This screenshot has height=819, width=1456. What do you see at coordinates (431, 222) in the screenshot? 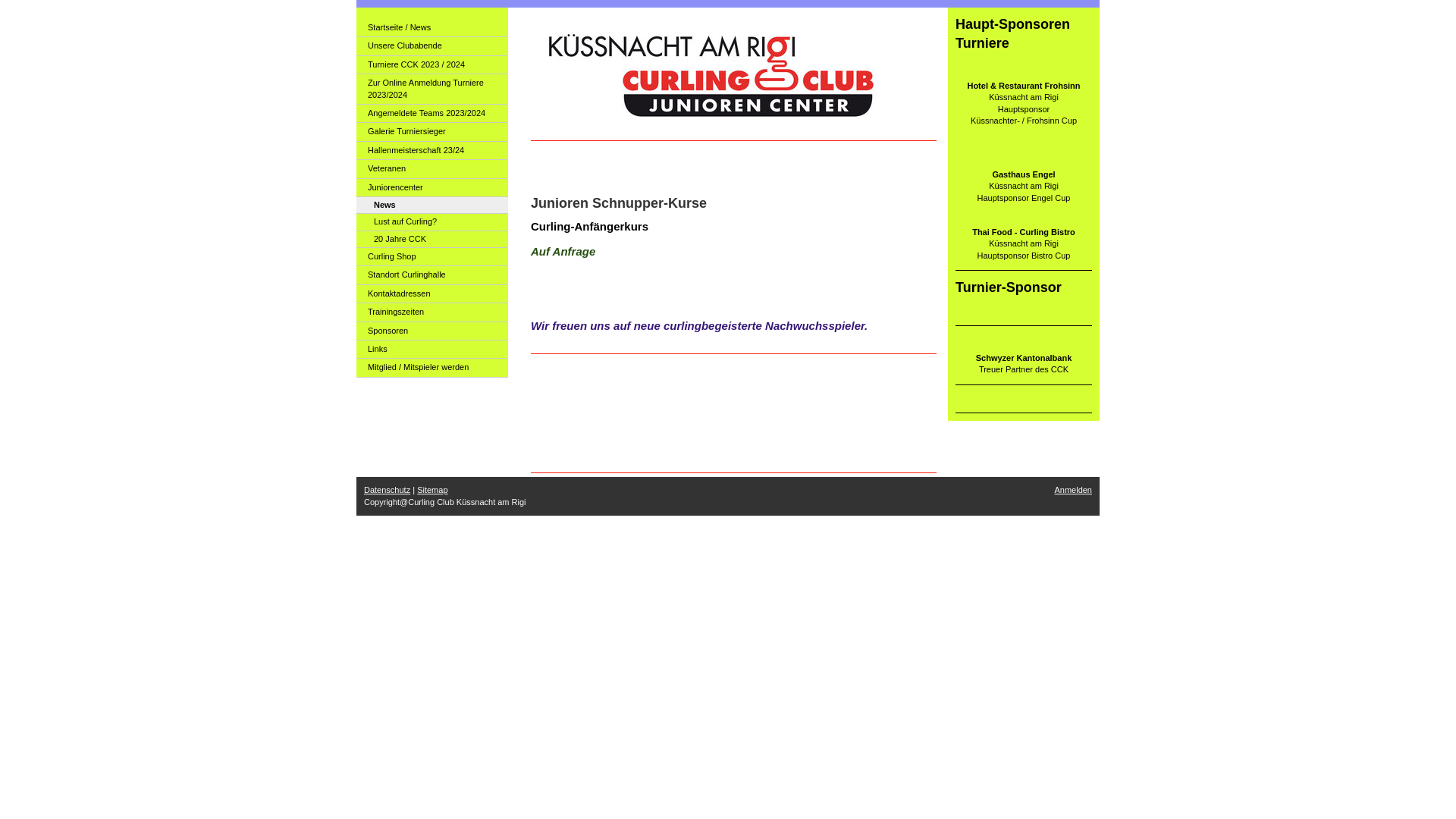
I see `'Lust auf Curling?'` at bounding box center [431, 222].